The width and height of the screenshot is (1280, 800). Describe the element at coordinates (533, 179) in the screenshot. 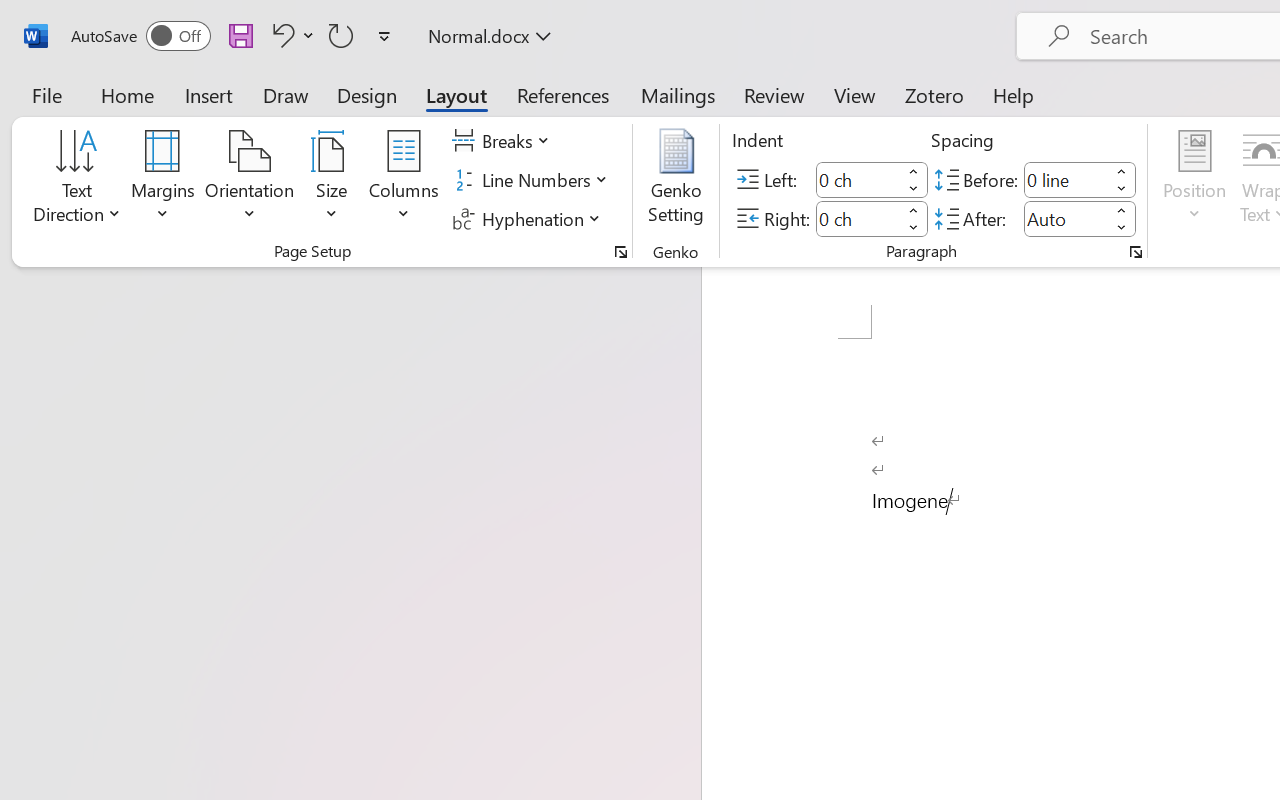

I see `'Line Numbers'` at that location.